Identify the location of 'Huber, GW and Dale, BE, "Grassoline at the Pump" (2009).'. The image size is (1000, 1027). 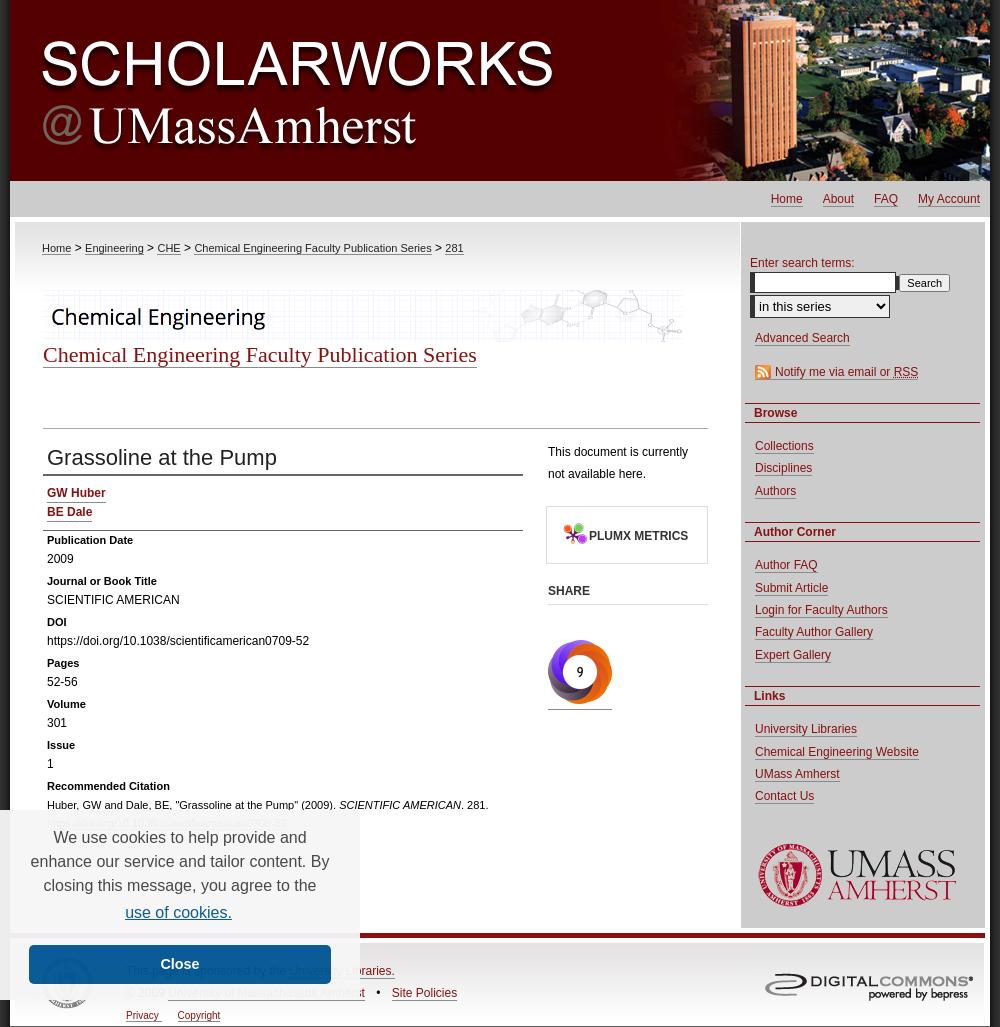
(192, 804).